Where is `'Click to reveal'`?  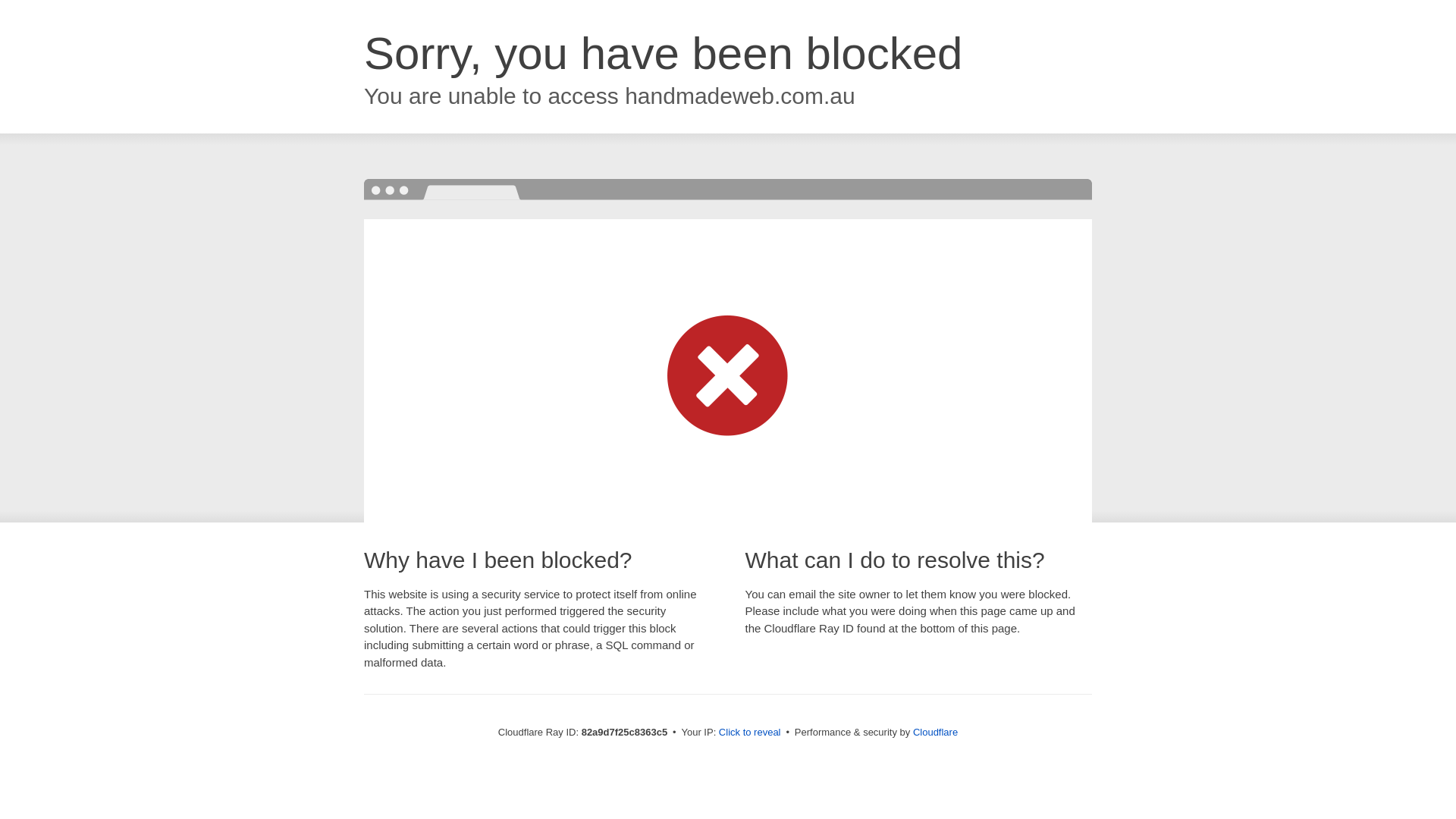 'Click to reveal' is located at coordinates (749, 731).